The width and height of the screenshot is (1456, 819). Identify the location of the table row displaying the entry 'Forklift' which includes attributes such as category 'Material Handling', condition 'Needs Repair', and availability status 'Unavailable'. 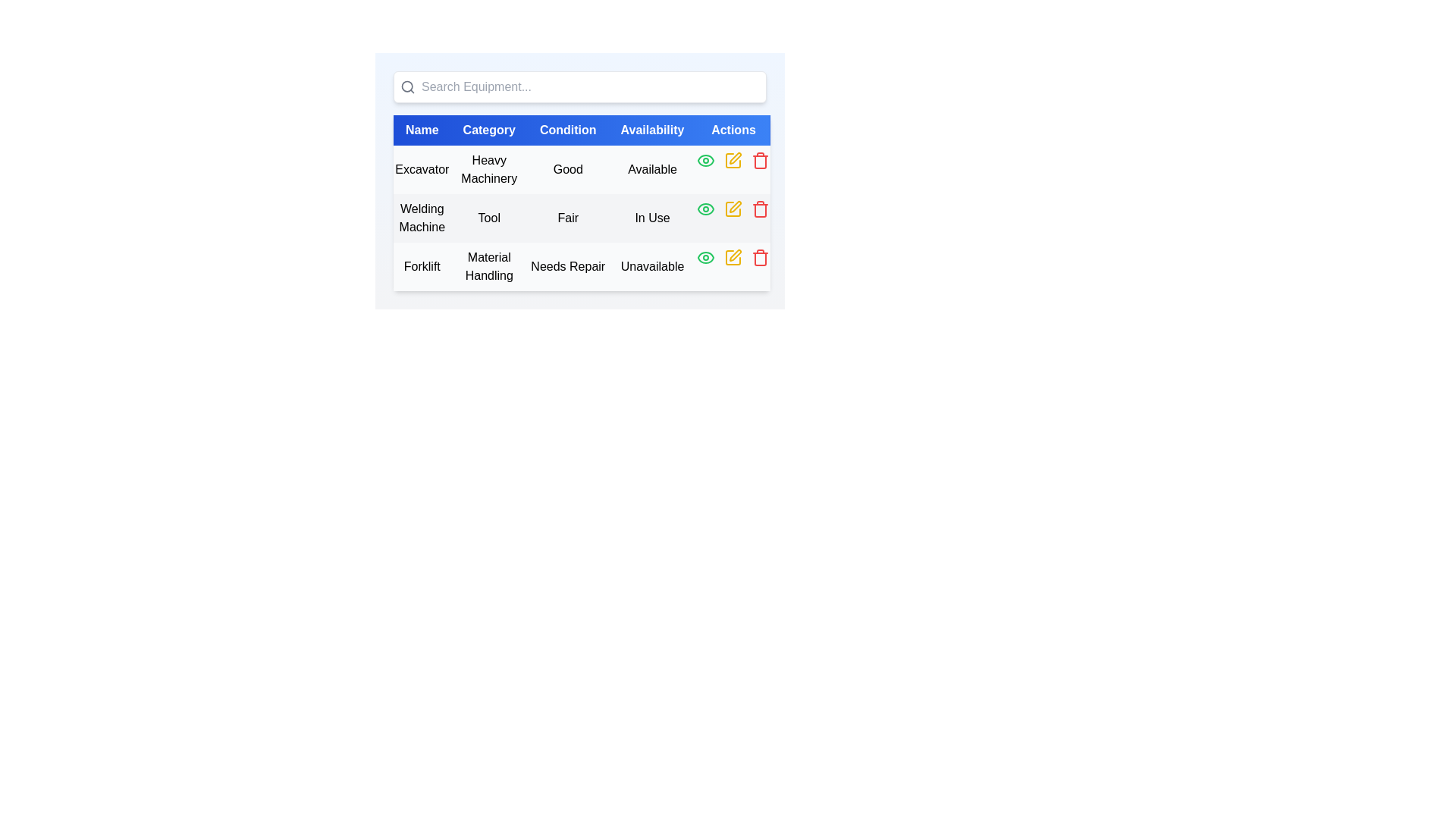
(581, 265).